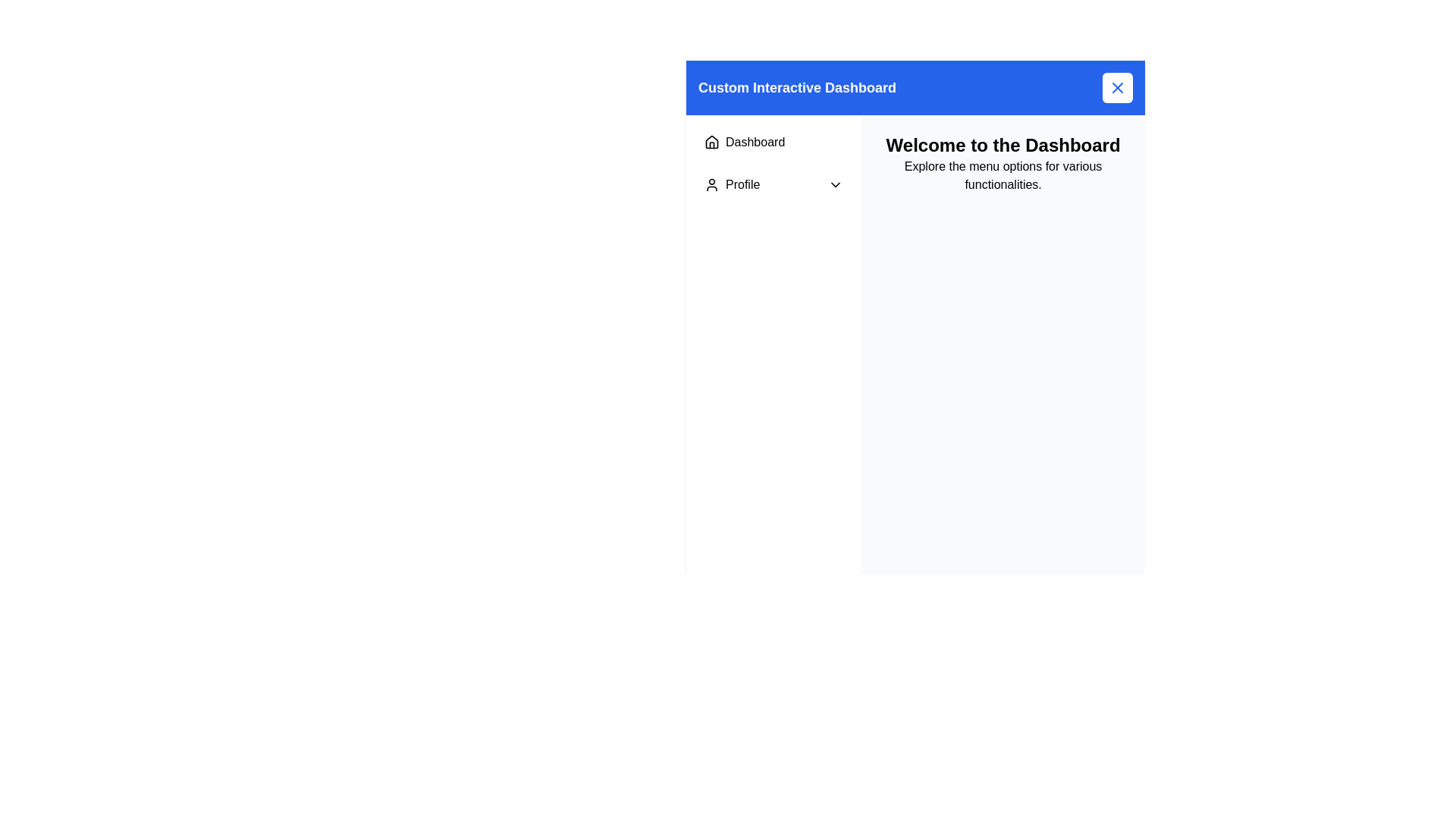 This screenshot has height=819, width=1456. I want to click on the line segment within the 'X' close icon located in the top-right corner of the interface, so click(1117, 87).